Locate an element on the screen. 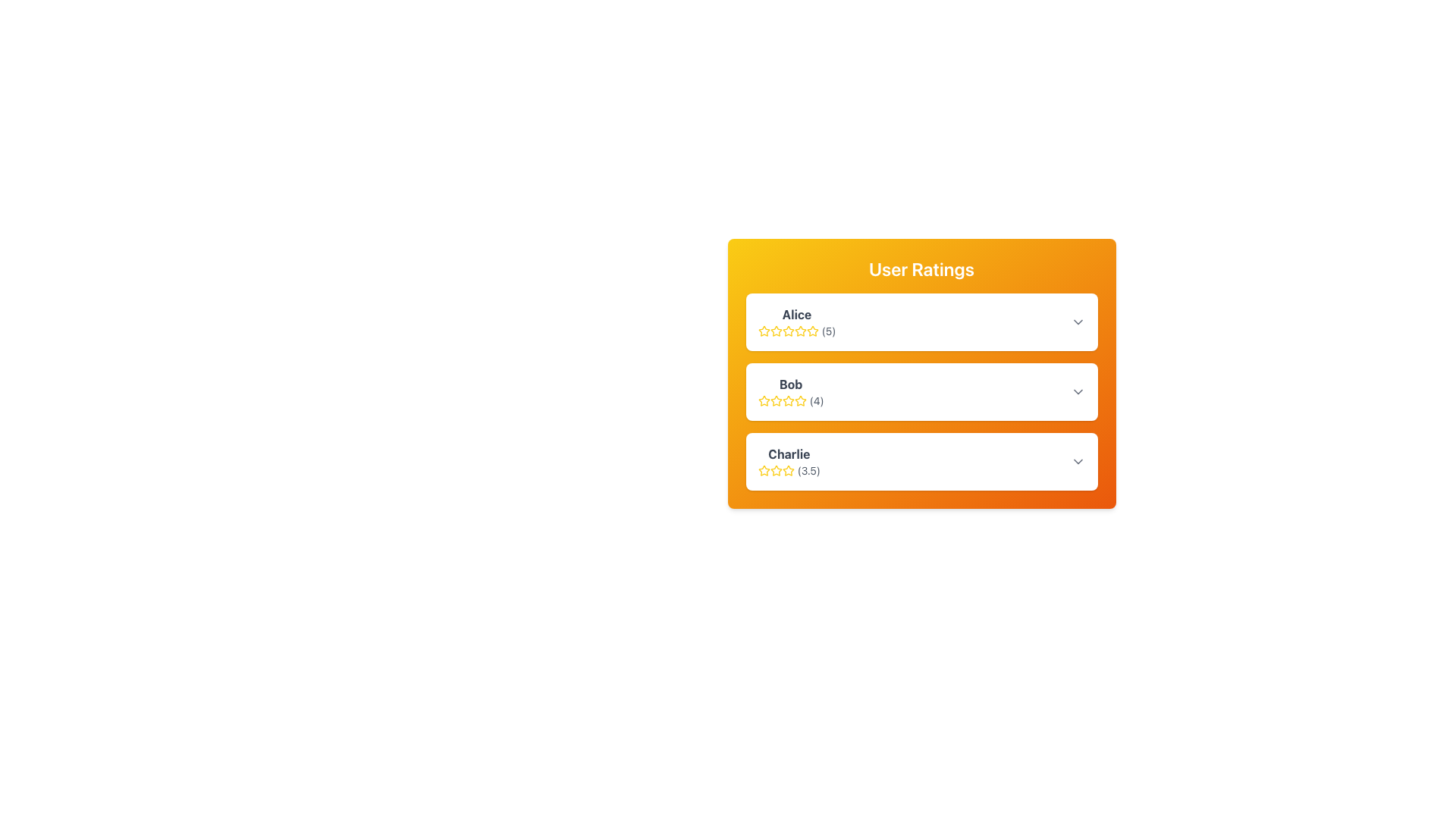 The image size is (1456, 819). the text and star rating display for the user 'Bob', which is located in the middle card of a vertically stacked list of three cards, positioned between 'Alice' and 'Charlie' is located at coordinates (790, 391).